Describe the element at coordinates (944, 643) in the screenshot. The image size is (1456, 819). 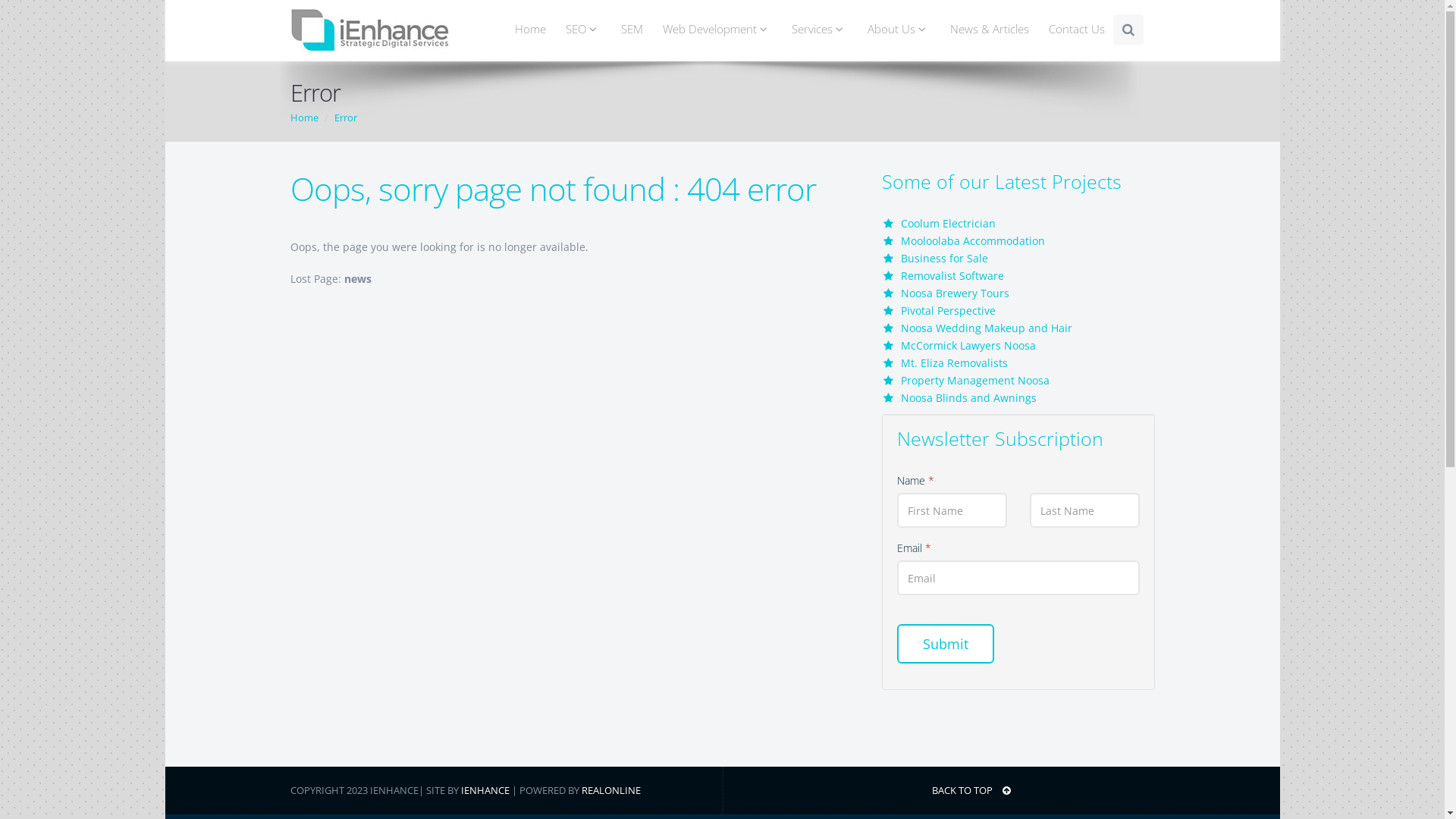
I see `'Submit'` at that location.